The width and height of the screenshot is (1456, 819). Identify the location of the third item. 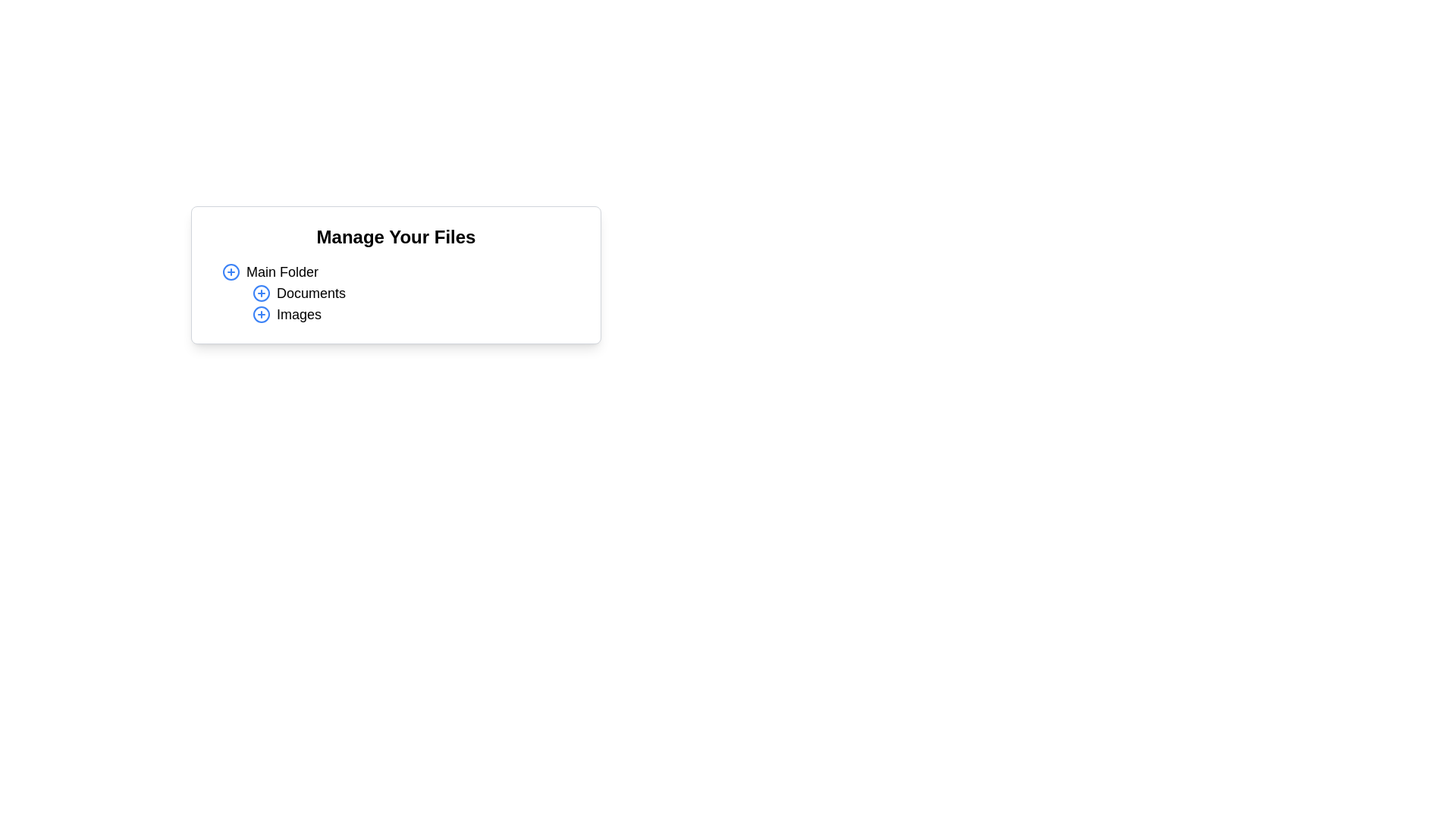
(417, 314).